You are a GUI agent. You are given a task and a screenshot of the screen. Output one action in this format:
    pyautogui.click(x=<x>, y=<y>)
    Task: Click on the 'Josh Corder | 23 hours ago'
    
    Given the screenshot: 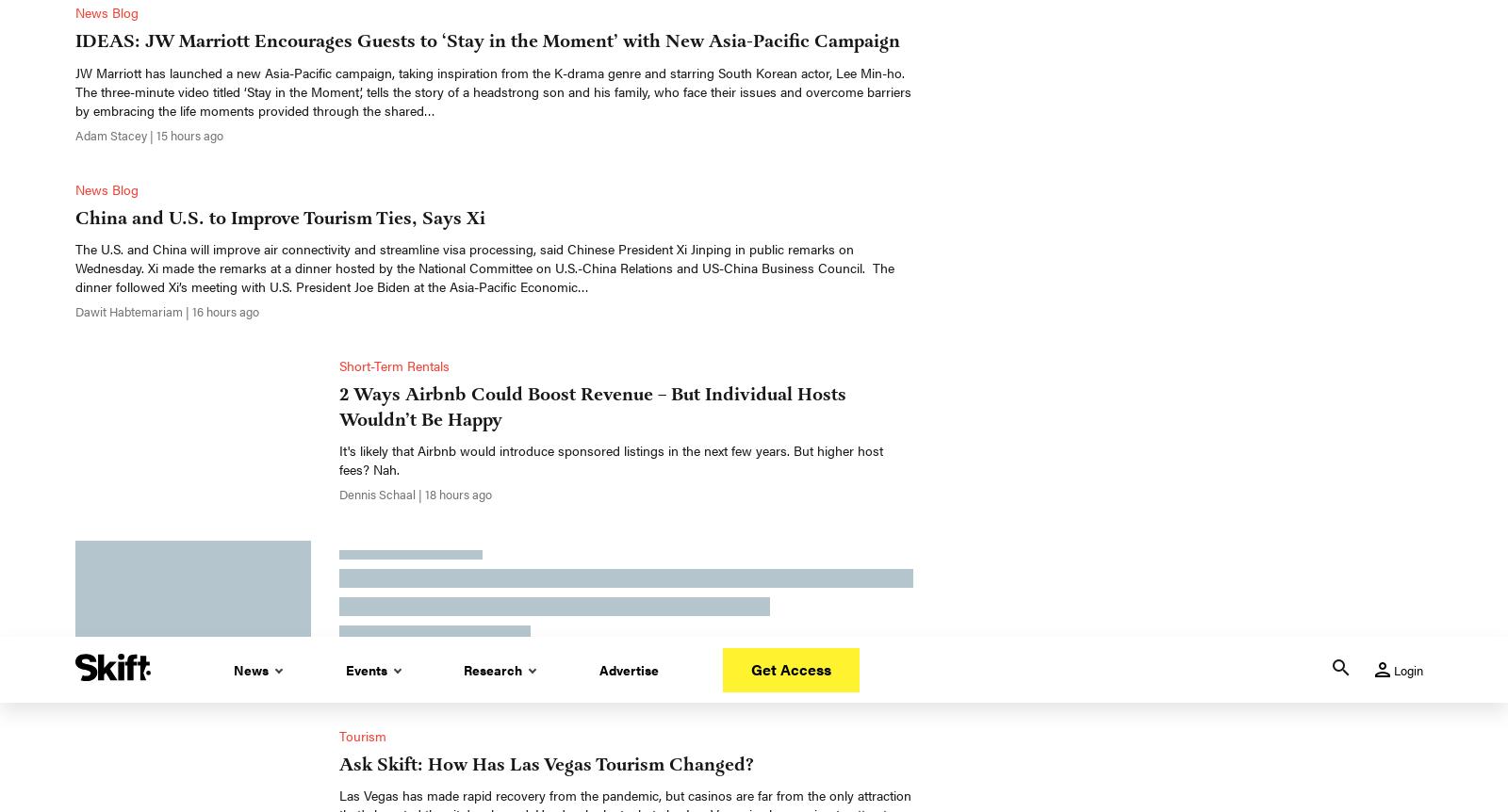 What is the action you would take?
    pyautogui.click(x=409, y=130)
    